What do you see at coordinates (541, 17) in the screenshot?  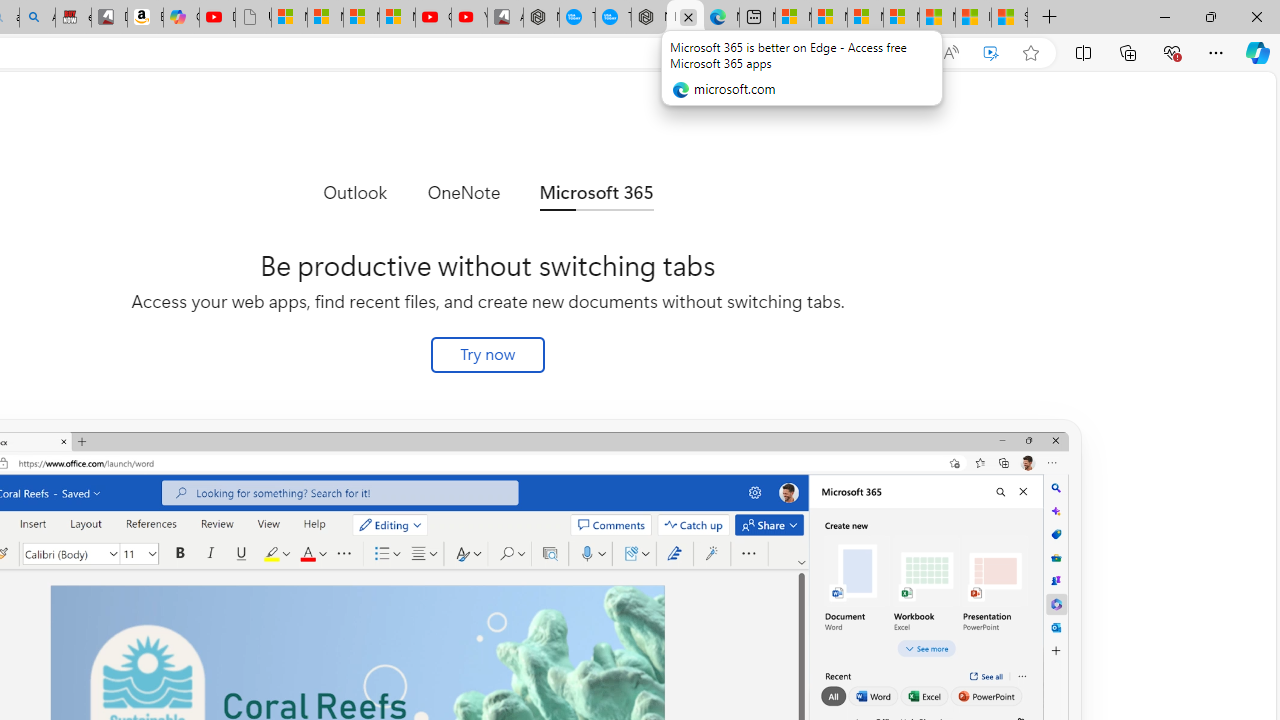 I see `'Nordace - My Account'` at bounding box center [541, 17].